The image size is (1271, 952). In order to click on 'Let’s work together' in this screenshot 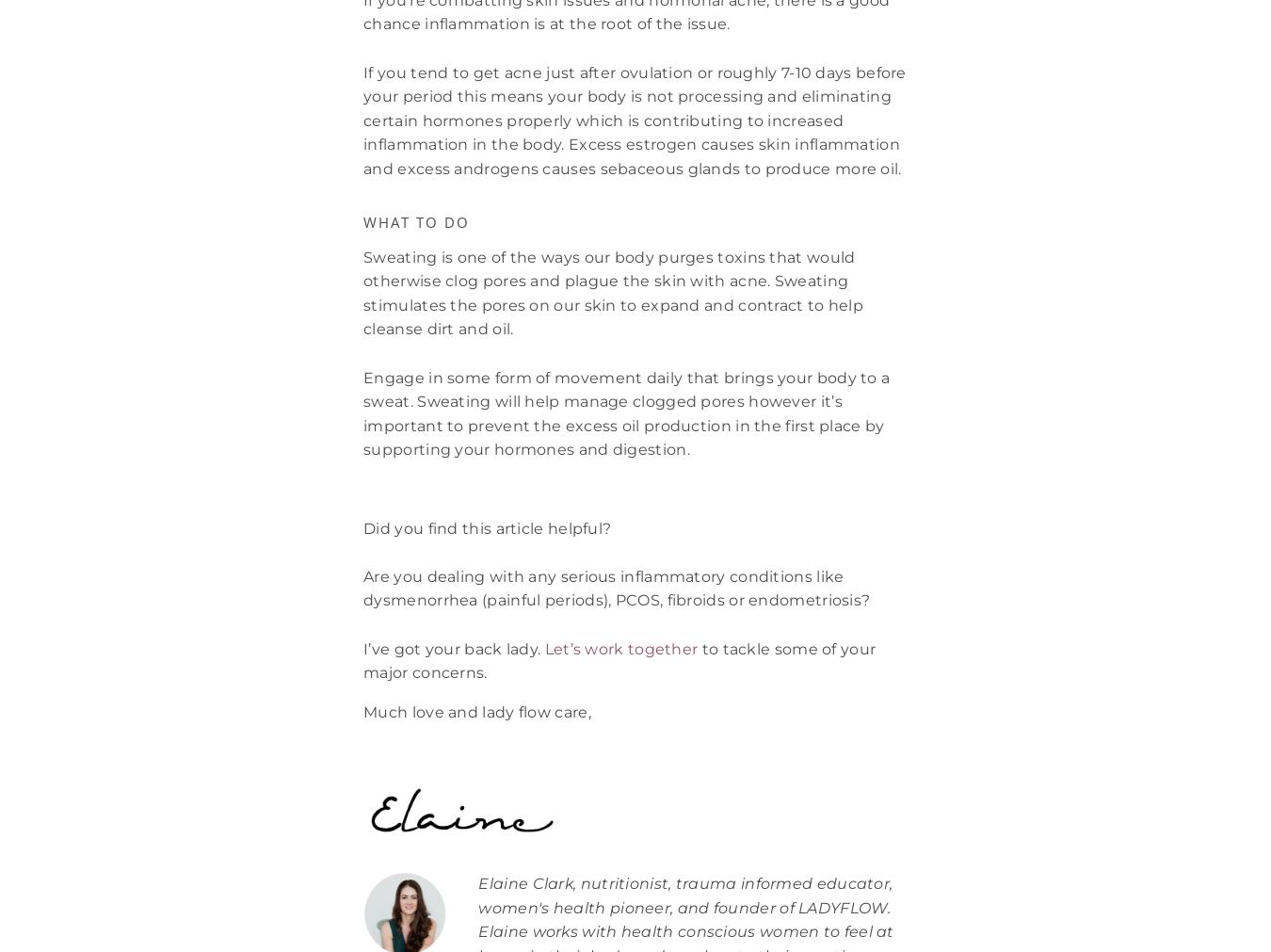, I will do `click(620, 647)`.